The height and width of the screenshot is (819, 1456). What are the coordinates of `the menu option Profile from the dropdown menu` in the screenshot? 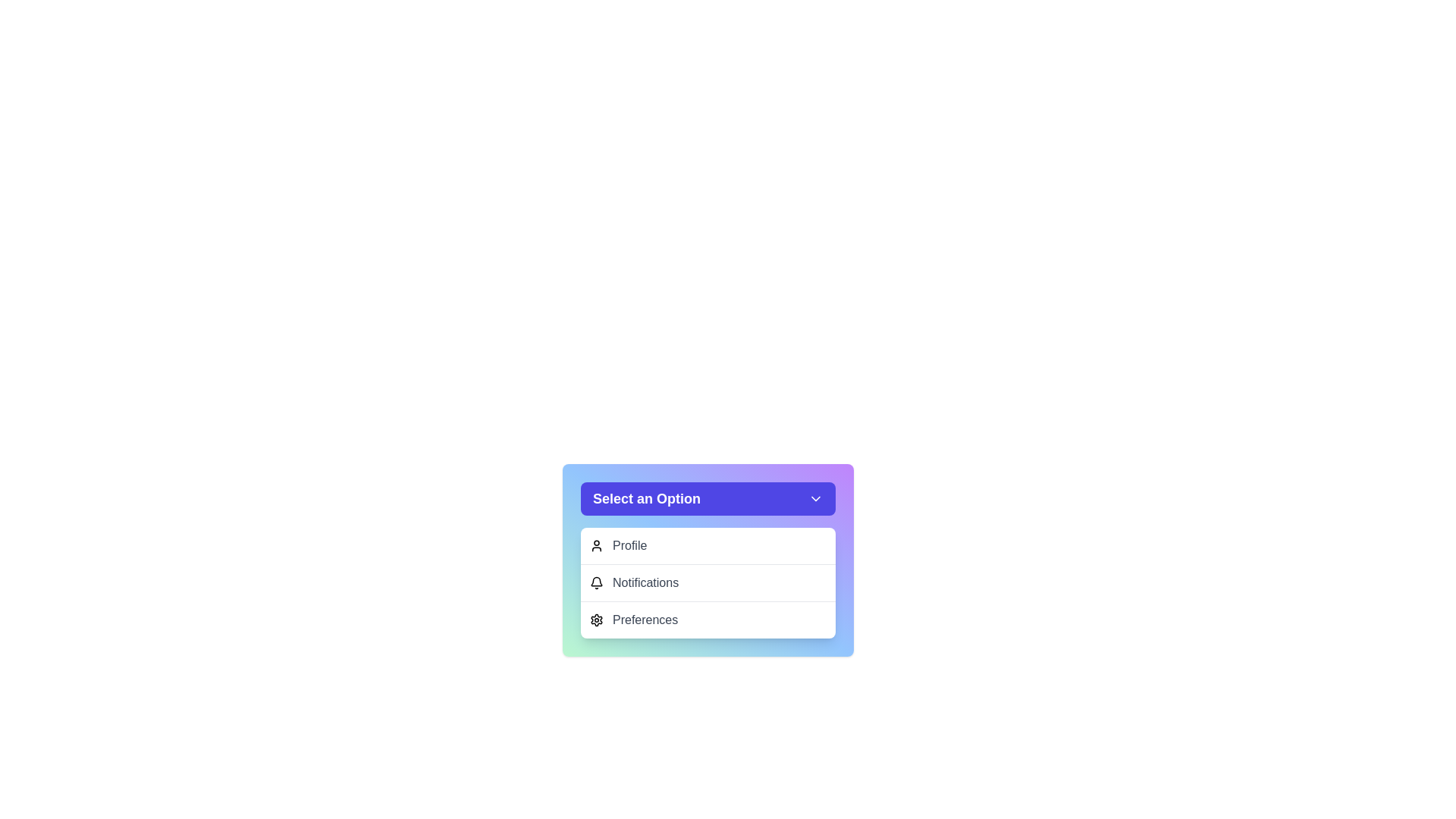 It's located at (708, 546).